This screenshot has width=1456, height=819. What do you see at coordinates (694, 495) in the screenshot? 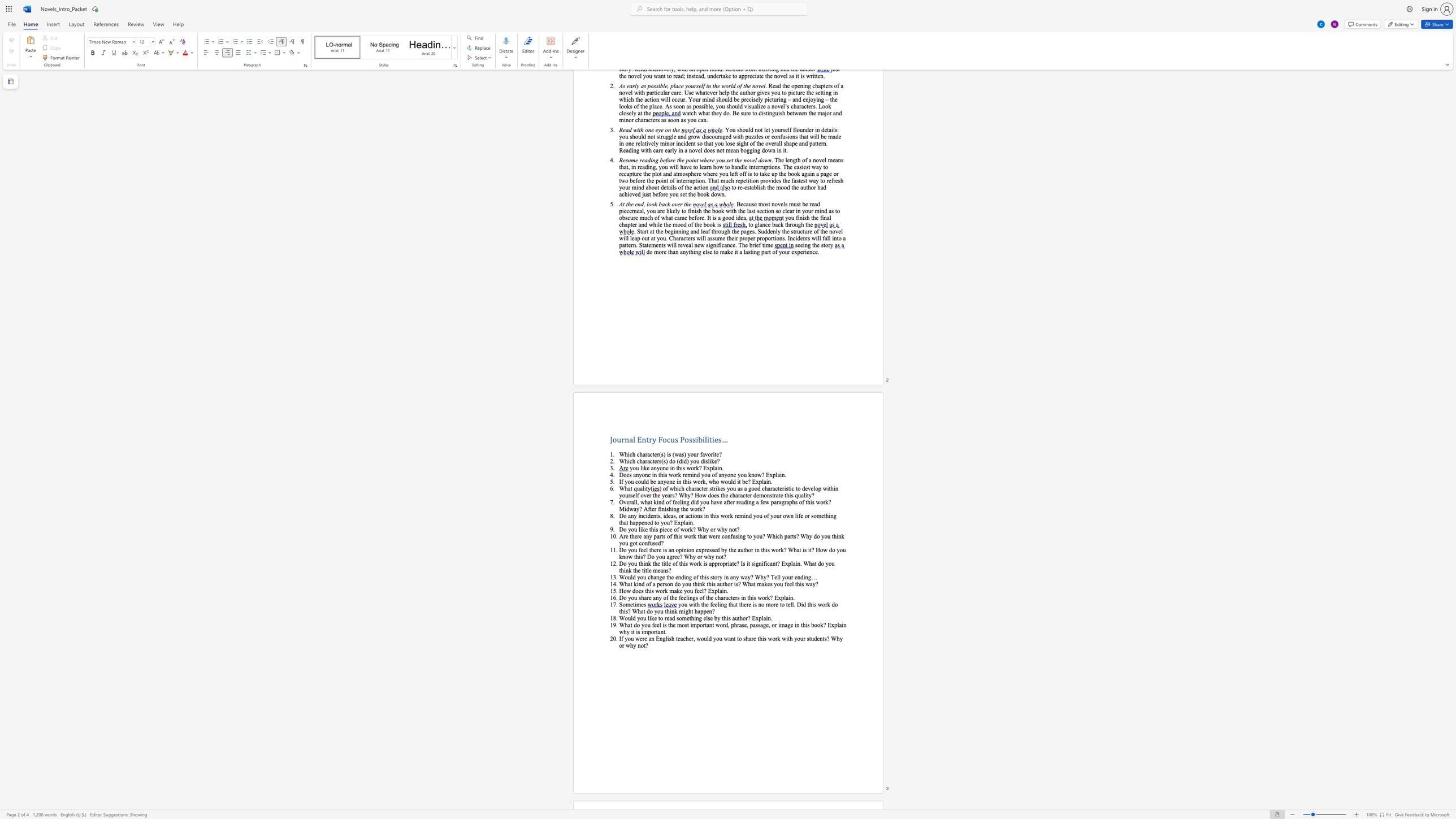
I see `the subset text "How does the charact" within the text ") of which character strikes you as a good characteristic to develop within yourself over the years? Why? How does the character"` at bounding box center [694, 495].